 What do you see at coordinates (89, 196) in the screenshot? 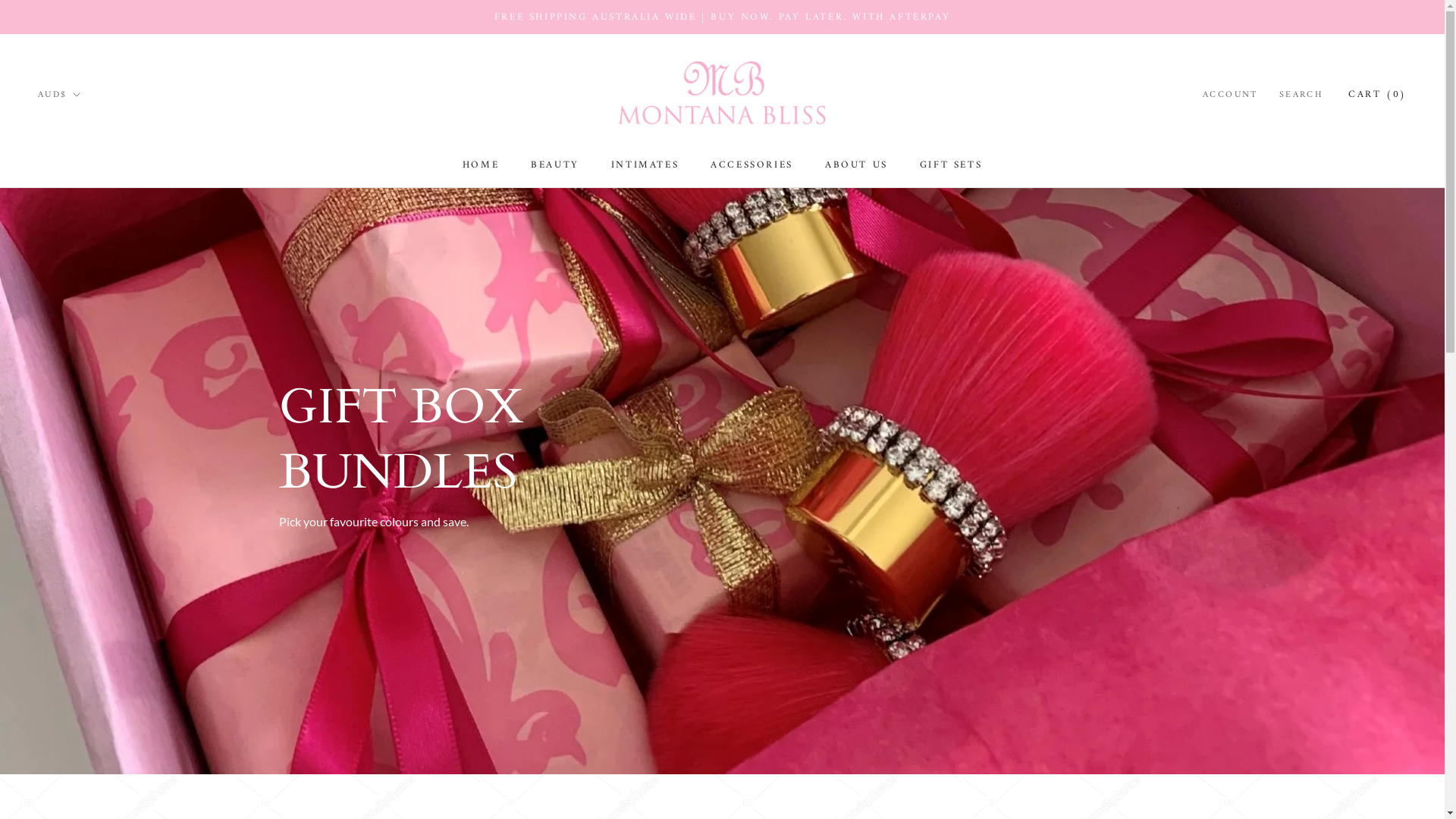
I see `'AMD'` at bounding box center [89, 196].